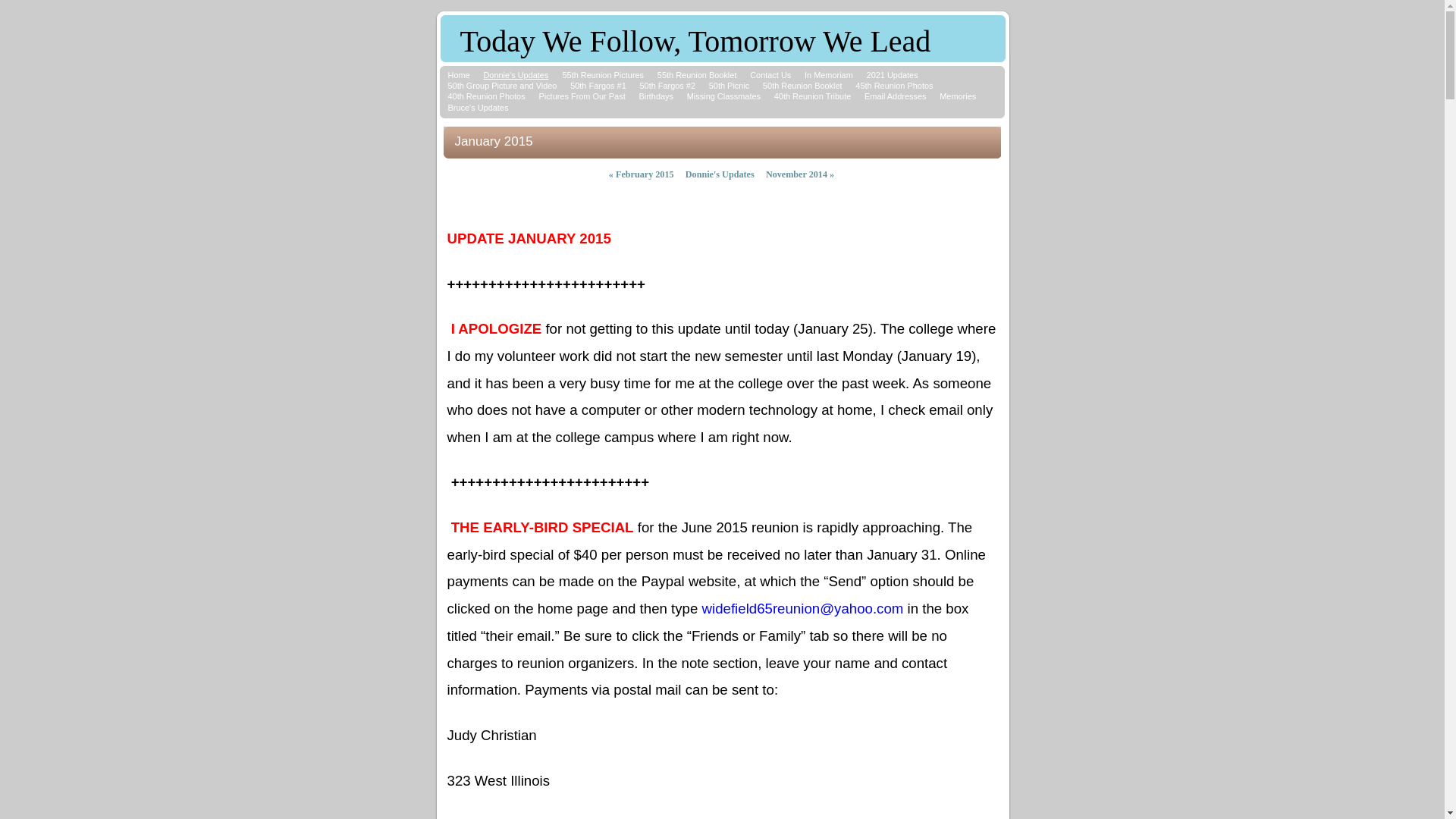 The height and width of the screenshot is (819, 1456). I want to click on '55th Reunion Booklet', so click(657, 75).